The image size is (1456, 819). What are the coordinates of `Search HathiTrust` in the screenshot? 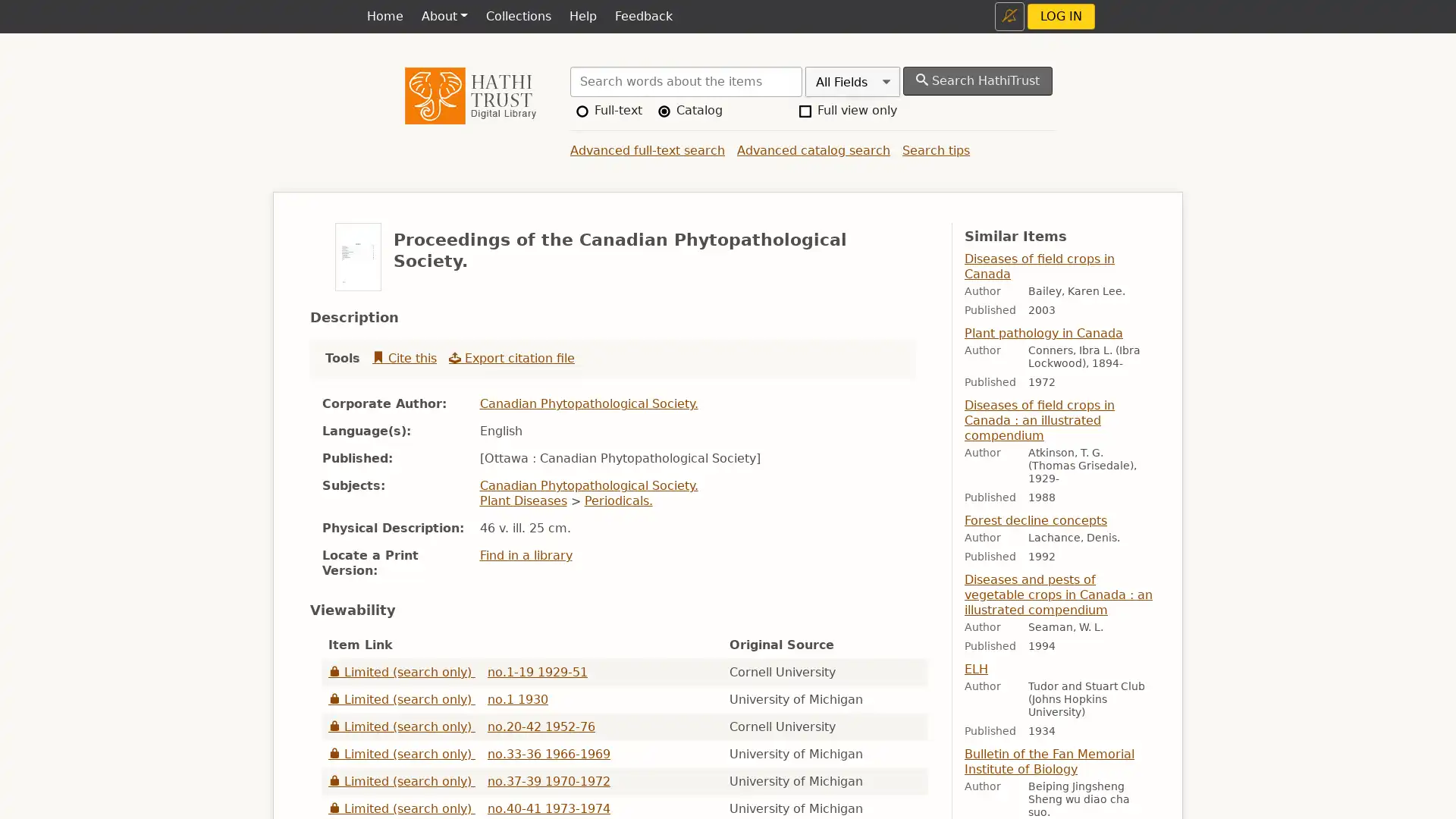 It's located at (977, 81).